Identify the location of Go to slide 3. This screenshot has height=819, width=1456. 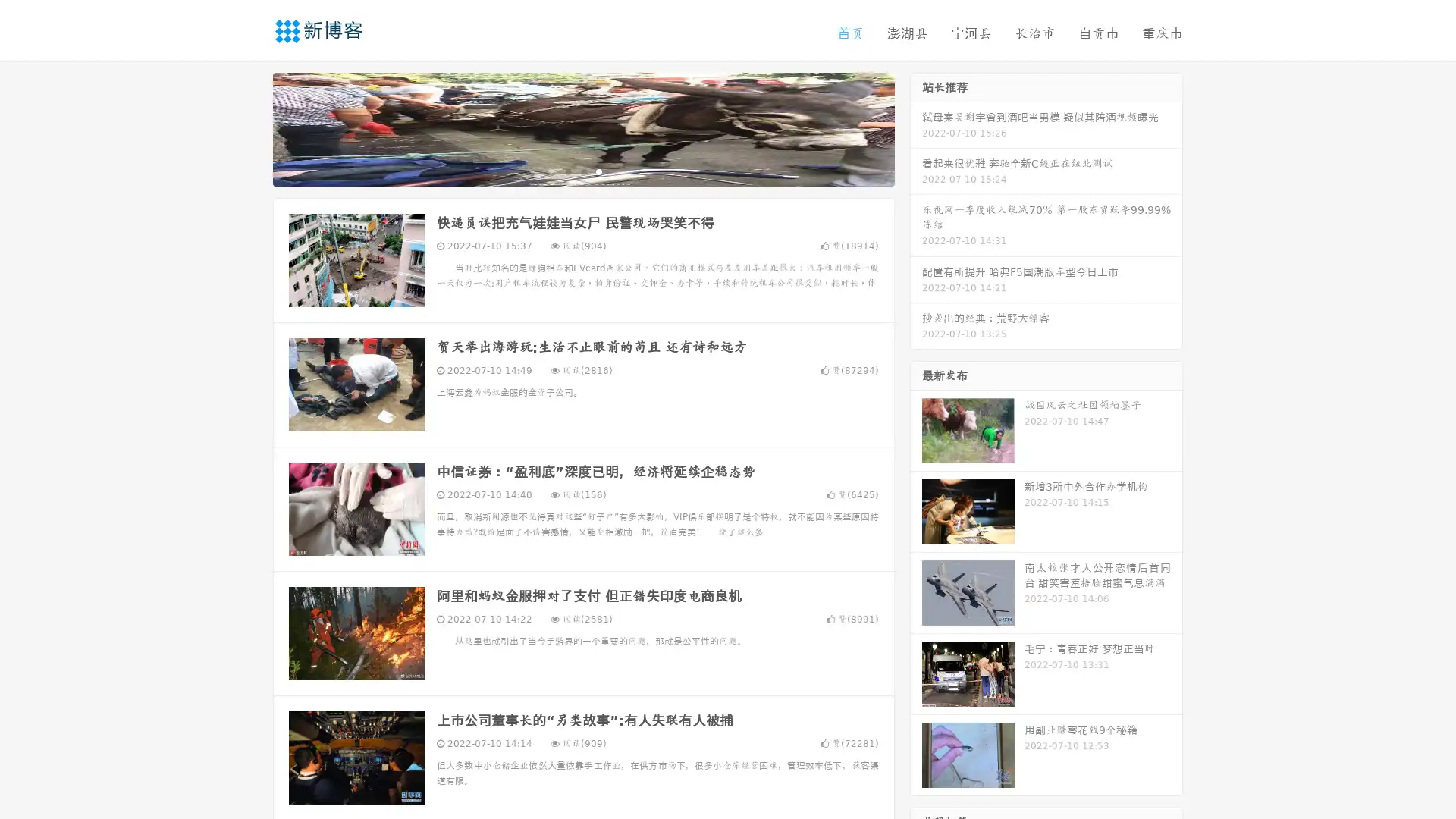
(598, 171).